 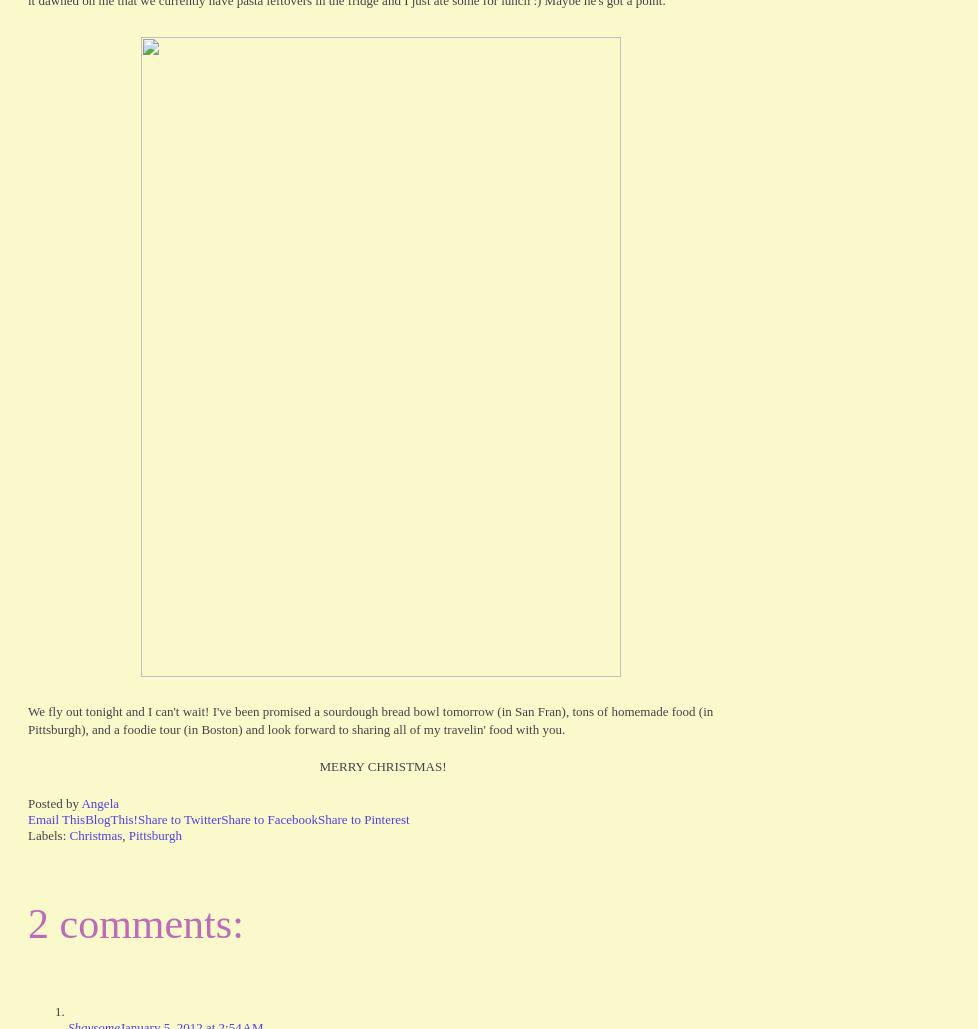 What do you see at coordinates (27, 924) in the screenshot?
I see `'2 comments:'` at bounding box center [27, 924].